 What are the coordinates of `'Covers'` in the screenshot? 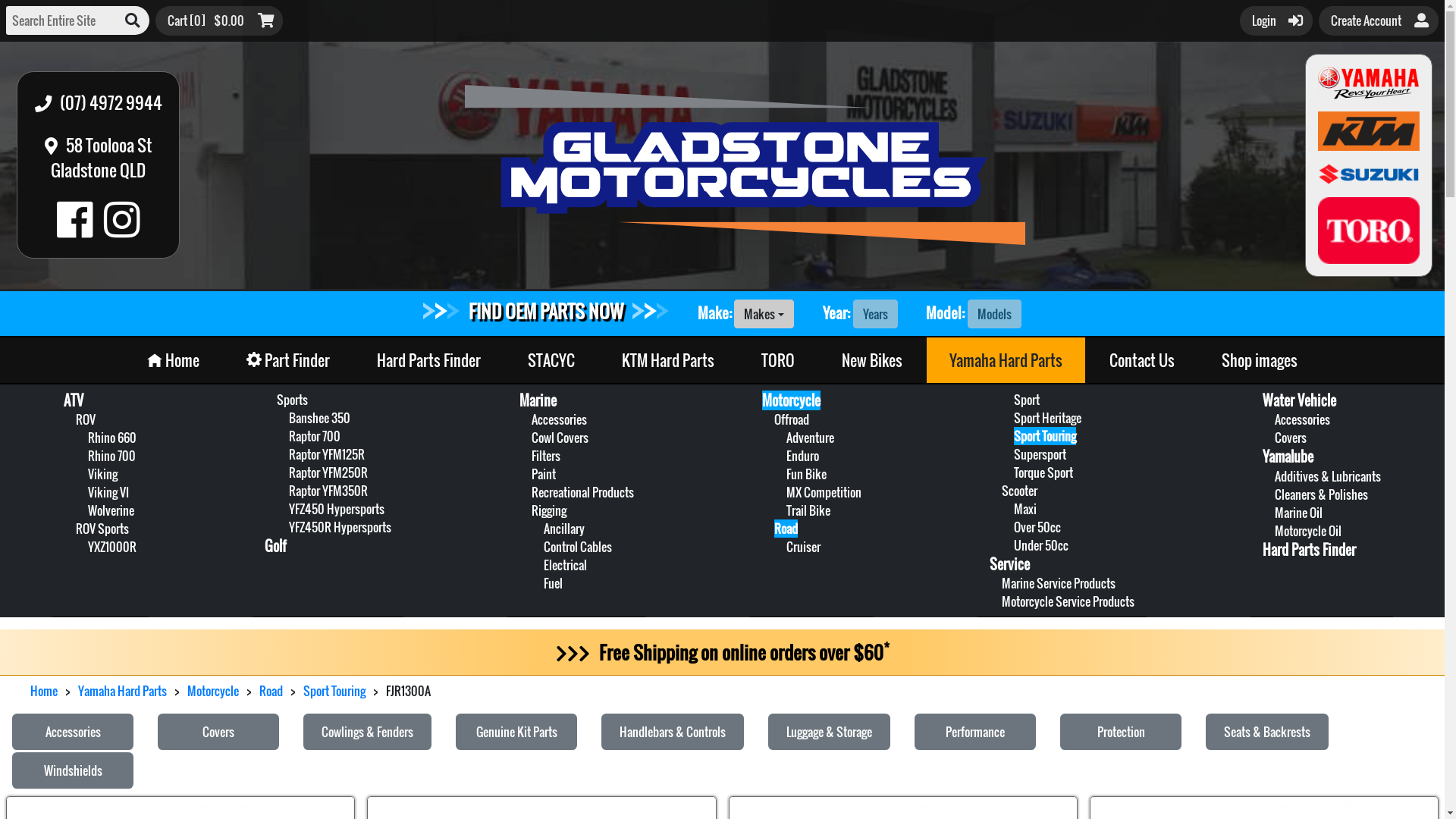 It's located at (218, 730).